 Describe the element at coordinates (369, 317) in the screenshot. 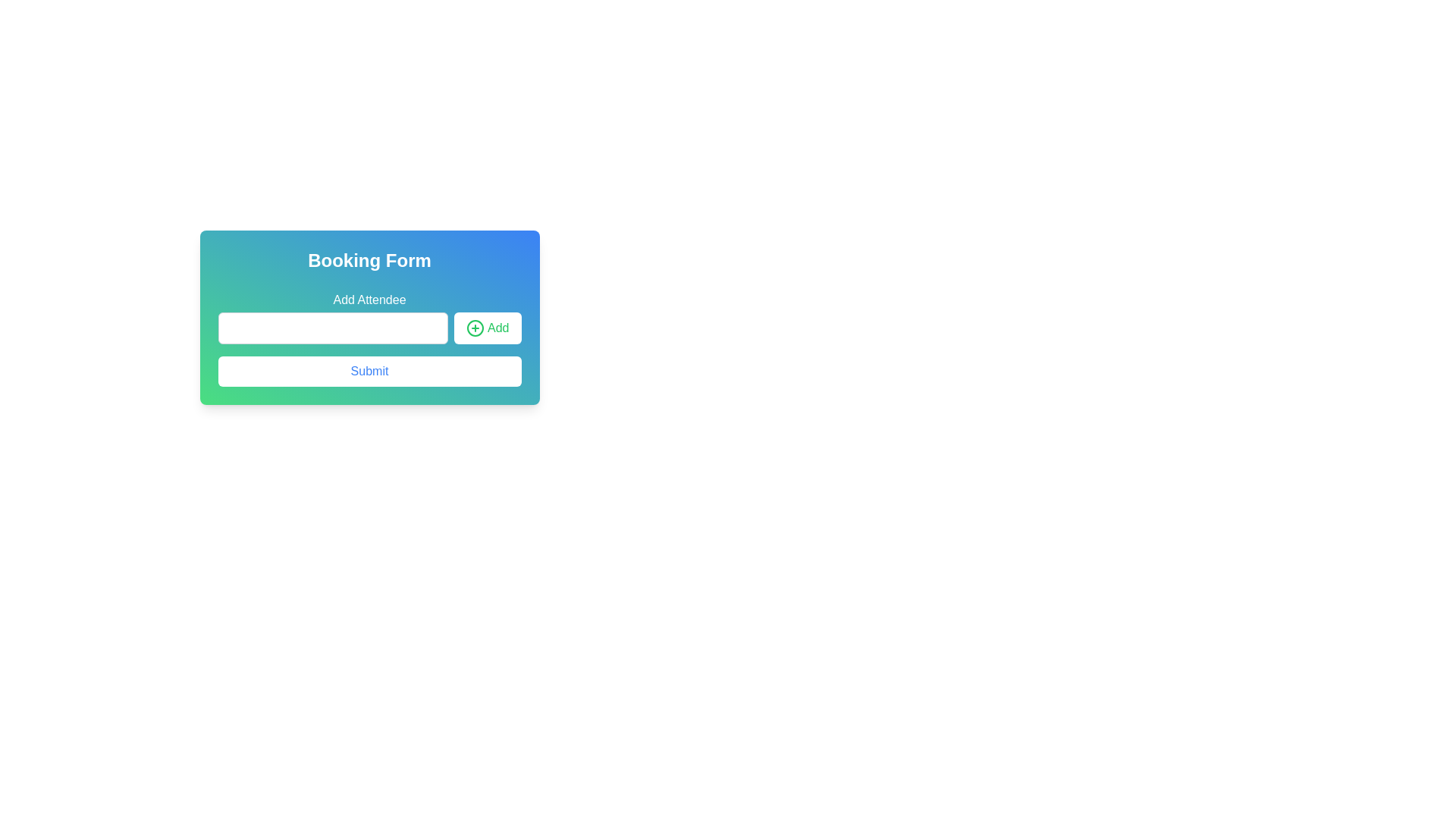

I see `the input box associated with the 'Add Attendee' label to focus and type in the Booking Form card` at that location.